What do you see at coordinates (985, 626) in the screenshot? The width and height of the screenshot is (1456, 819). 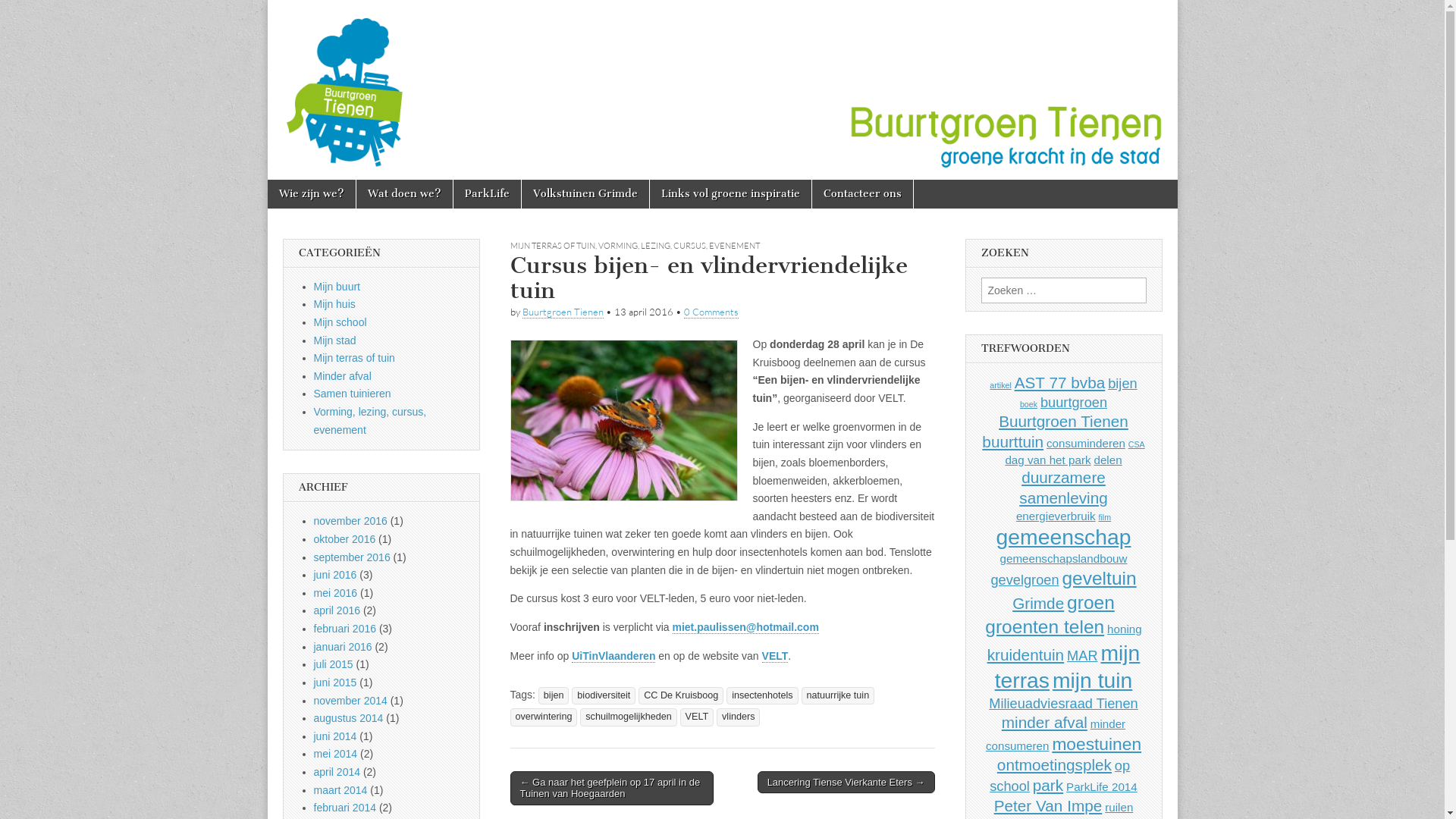 I see `'groenten telen'` at bounding box center [985, 626].